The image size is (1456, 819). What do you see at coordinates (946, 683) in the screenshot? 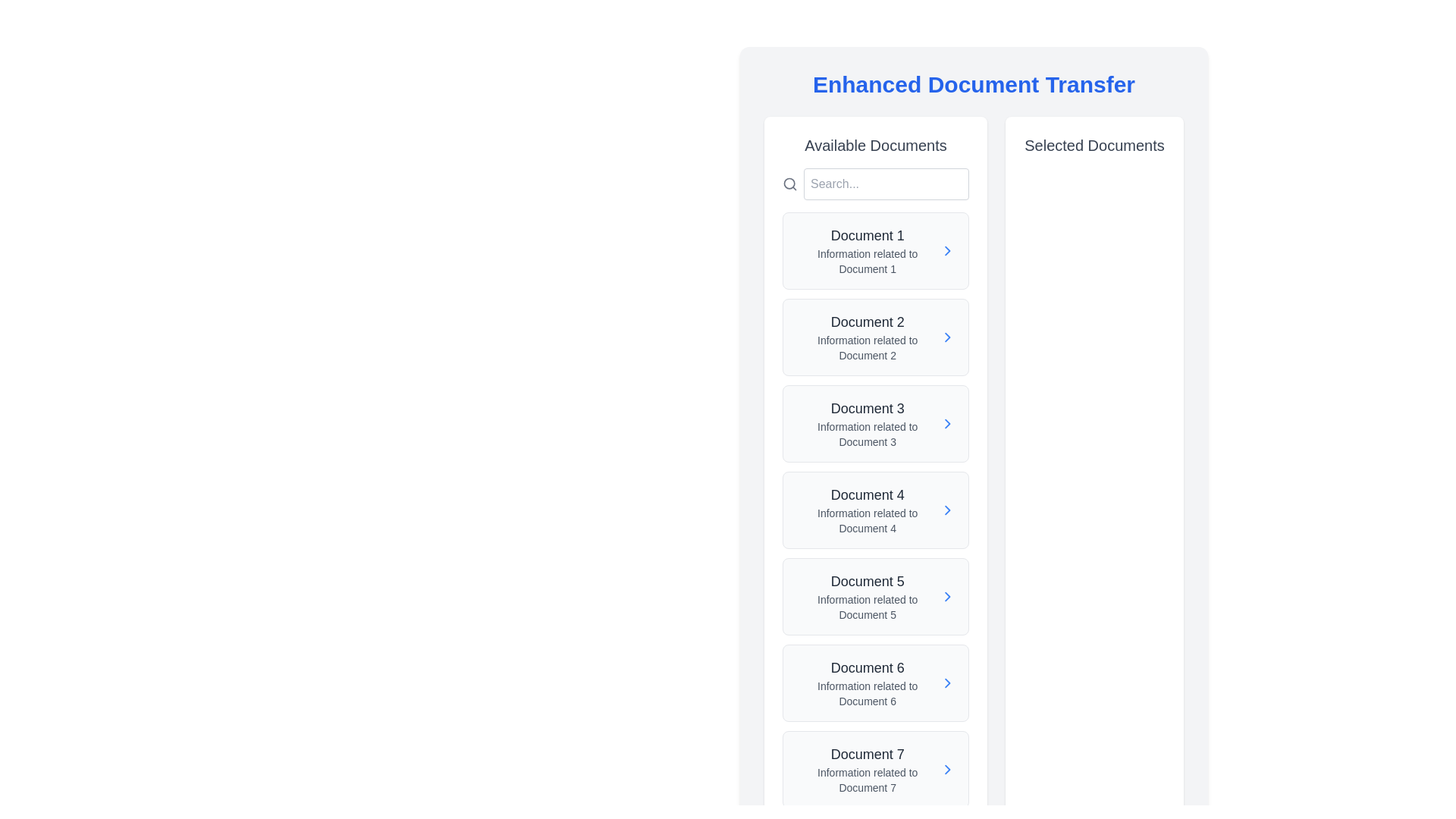
I see `the right-pointing chevron icon within the 'Document 6' list item` at bounding box center [946, 683].